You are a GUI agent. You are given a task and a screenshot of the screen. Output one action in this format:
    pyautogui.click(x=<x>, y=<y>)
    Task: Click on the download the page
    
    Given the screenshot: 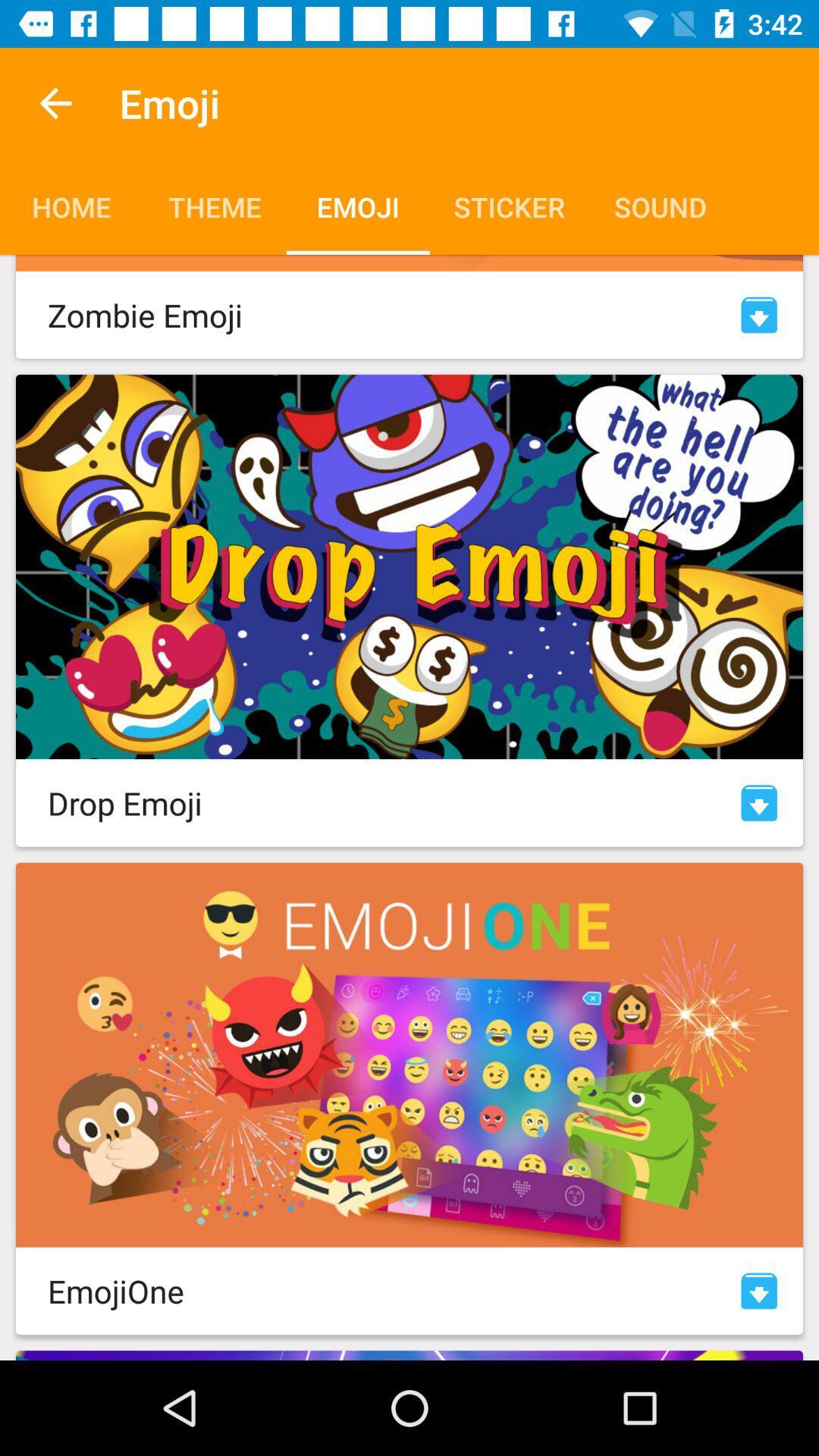 What is the action you would take?
    pyautogui.click(x=759, y=314)
    